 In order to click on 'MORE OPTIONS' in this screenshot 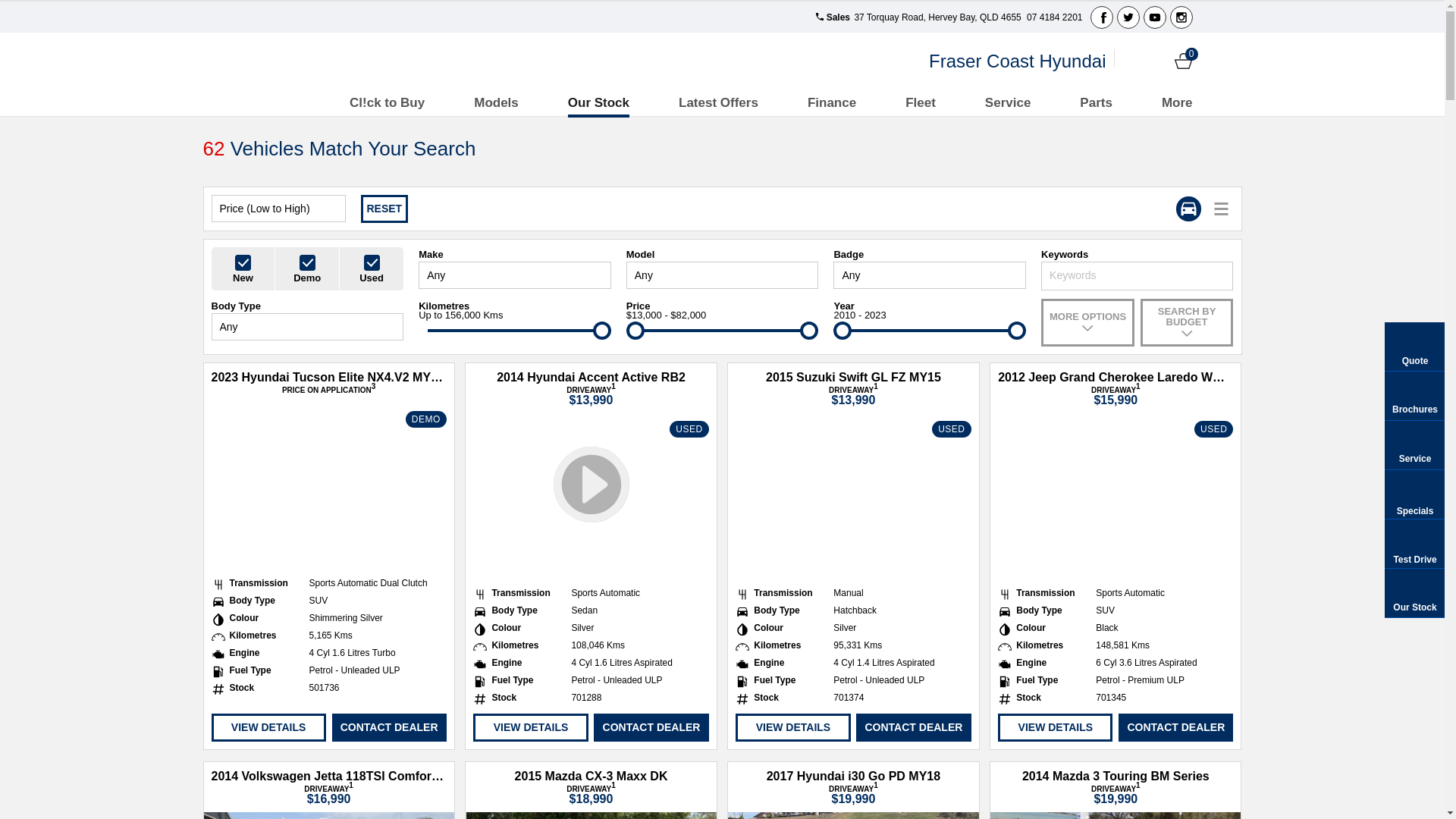, I will do `click(1087, 322)`.